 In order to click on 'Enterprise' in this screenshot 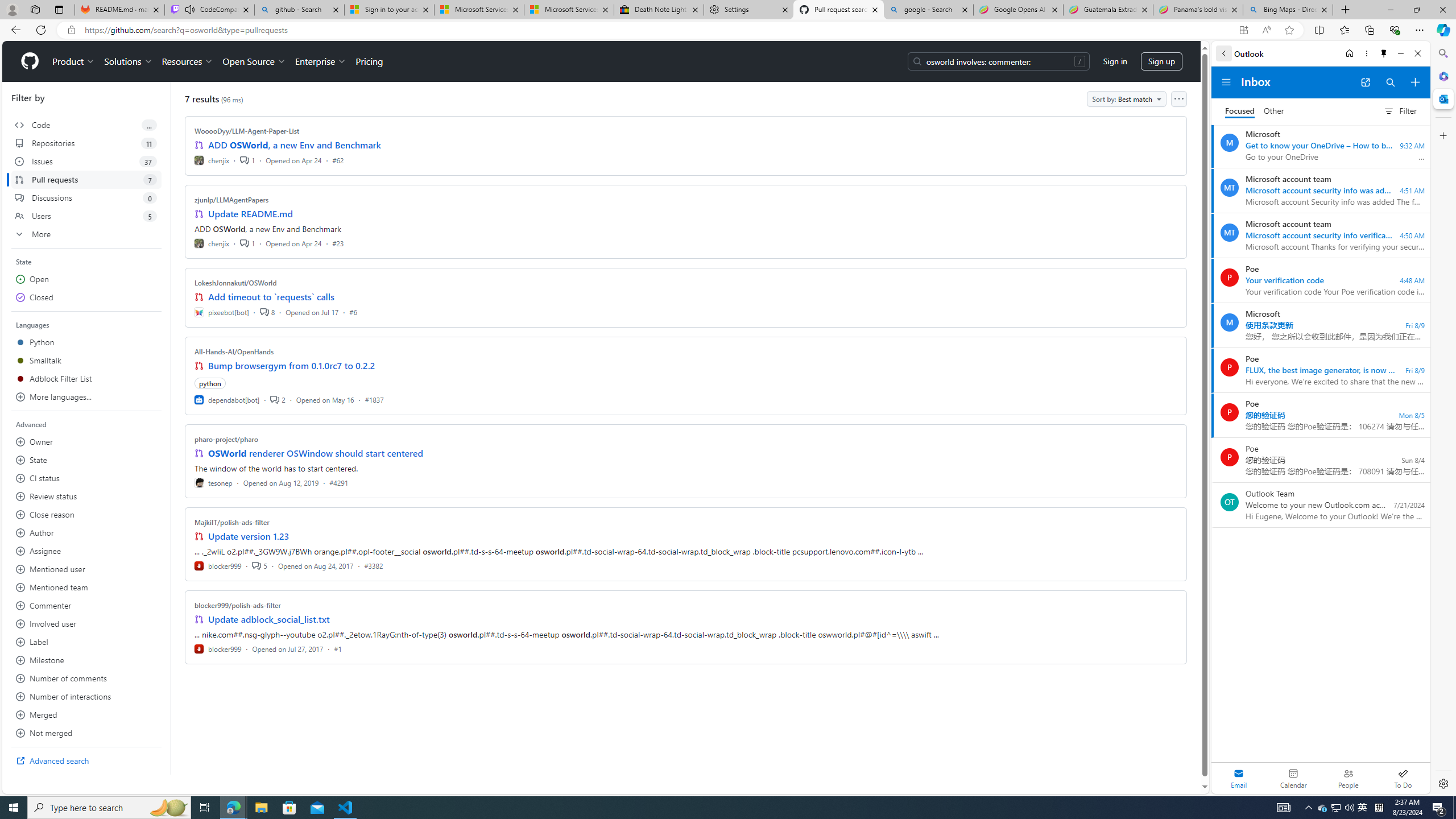, I will do `click(320, 61)`.